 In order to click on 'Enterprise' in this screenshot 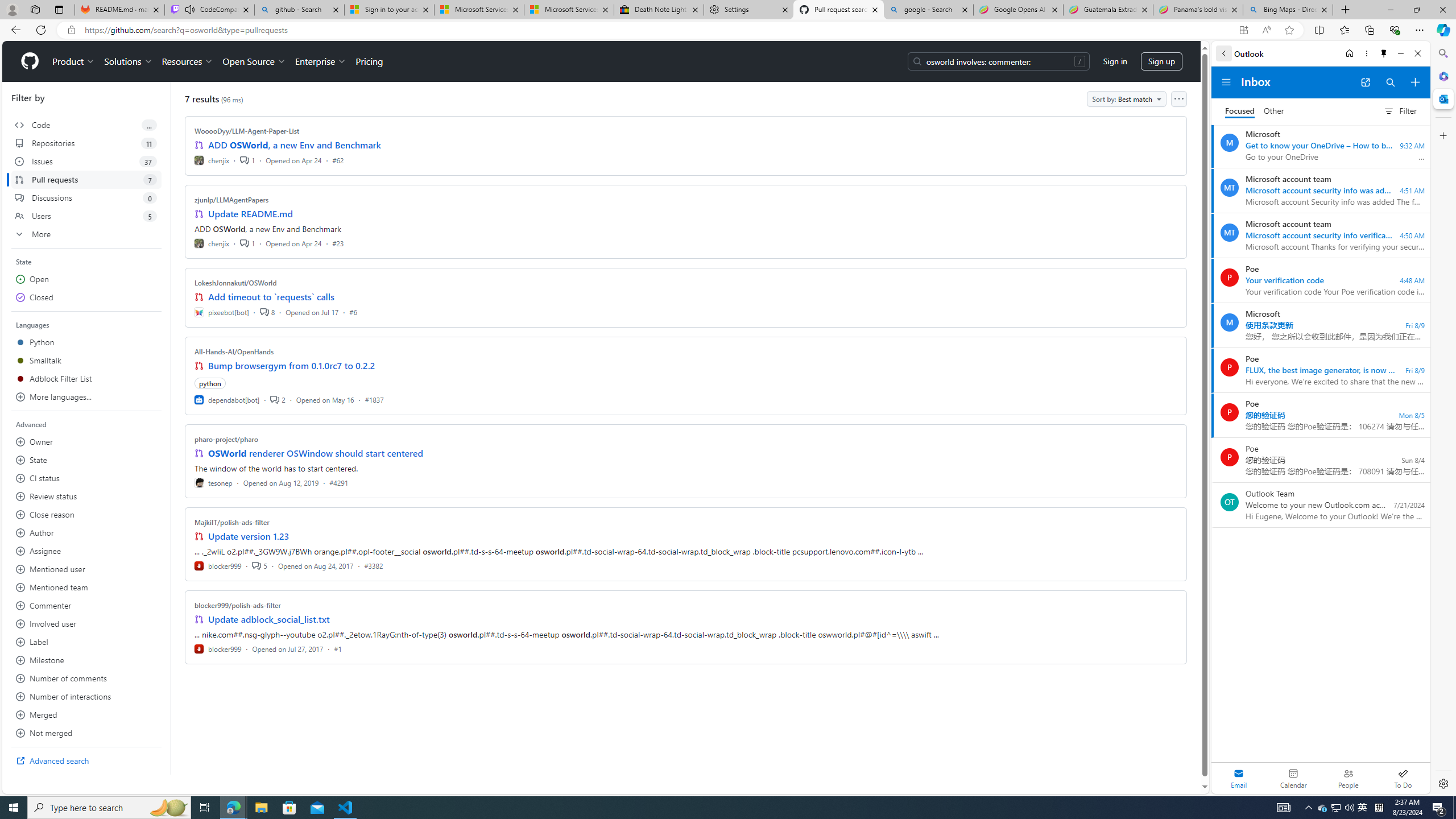, I will do `click(320, 61)`.